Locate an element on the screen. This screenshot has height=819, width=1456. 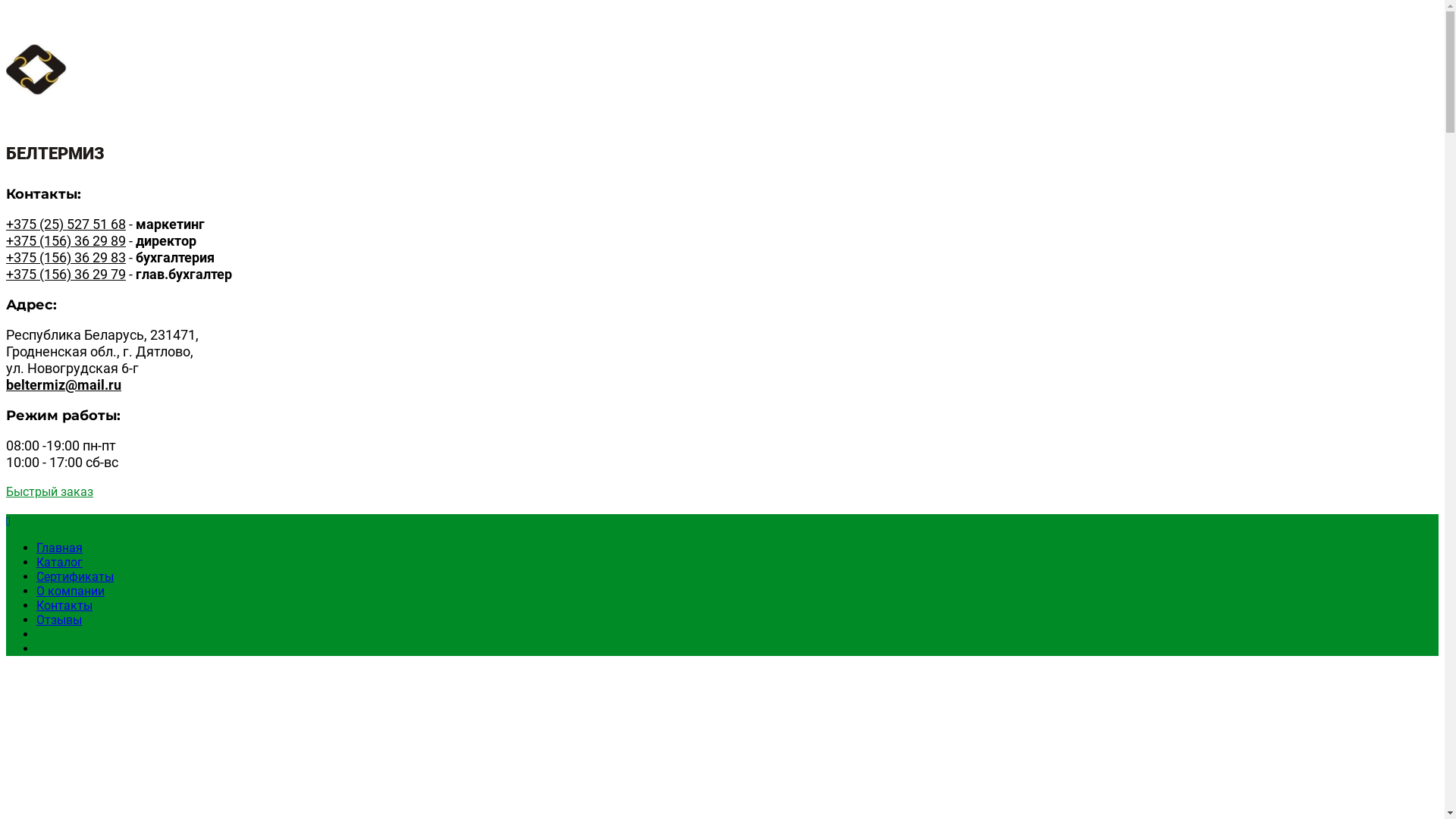
'beltermiz@mail.ru' is located at coordinates (62, 384).